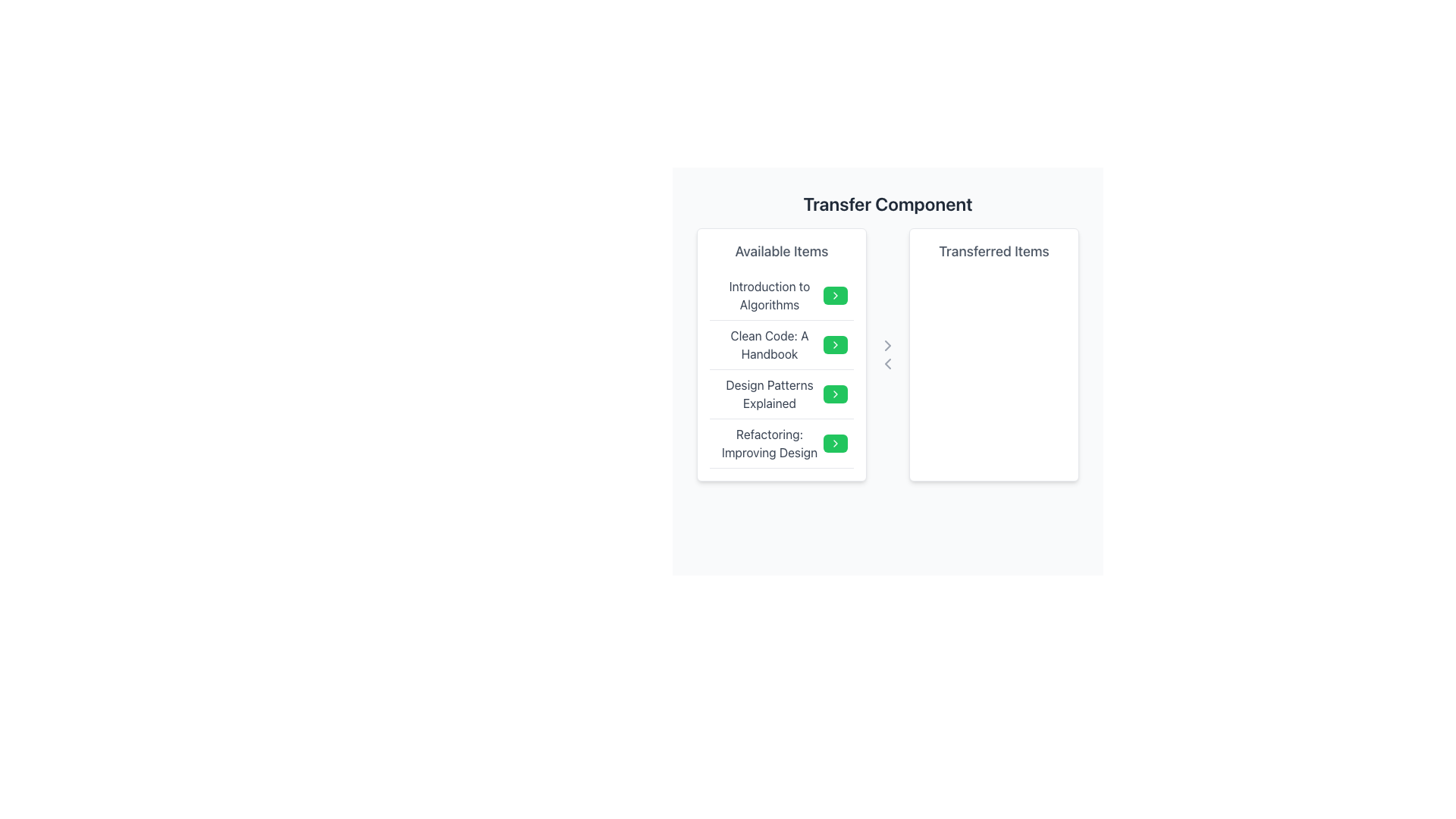 This screenshot has width=1456, height=819. What do you see at coordinates (835, 295) in the screenshot?
I see `the right-pointing chevron icon button located in the 'Available Items' section` at bounding box center [835, 295].